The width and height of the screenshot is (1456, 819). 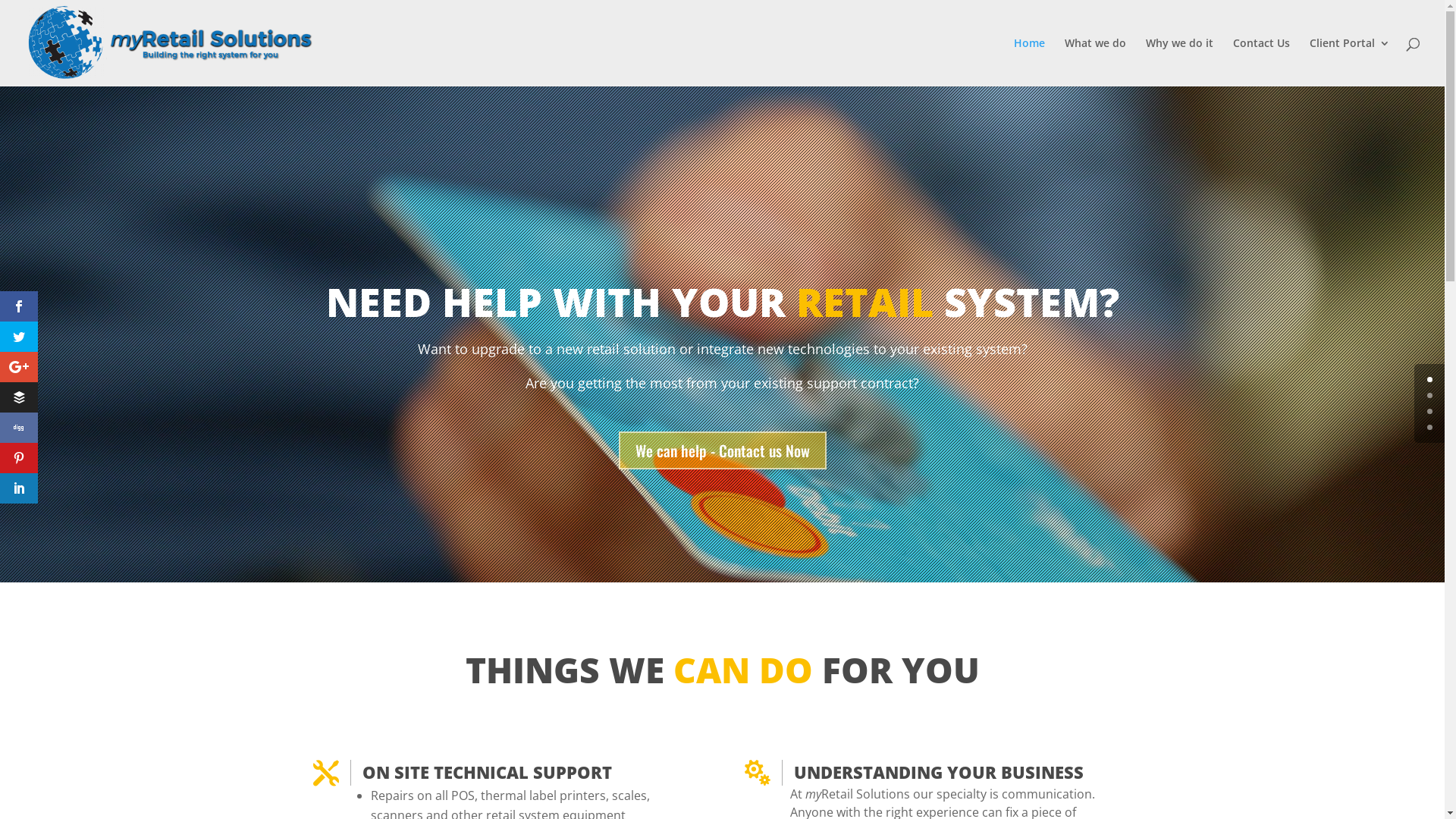 What do you see at coordinates (1095, 61) in the screenshot?
I see `'What we do'` at bounding box center [1095, 61].